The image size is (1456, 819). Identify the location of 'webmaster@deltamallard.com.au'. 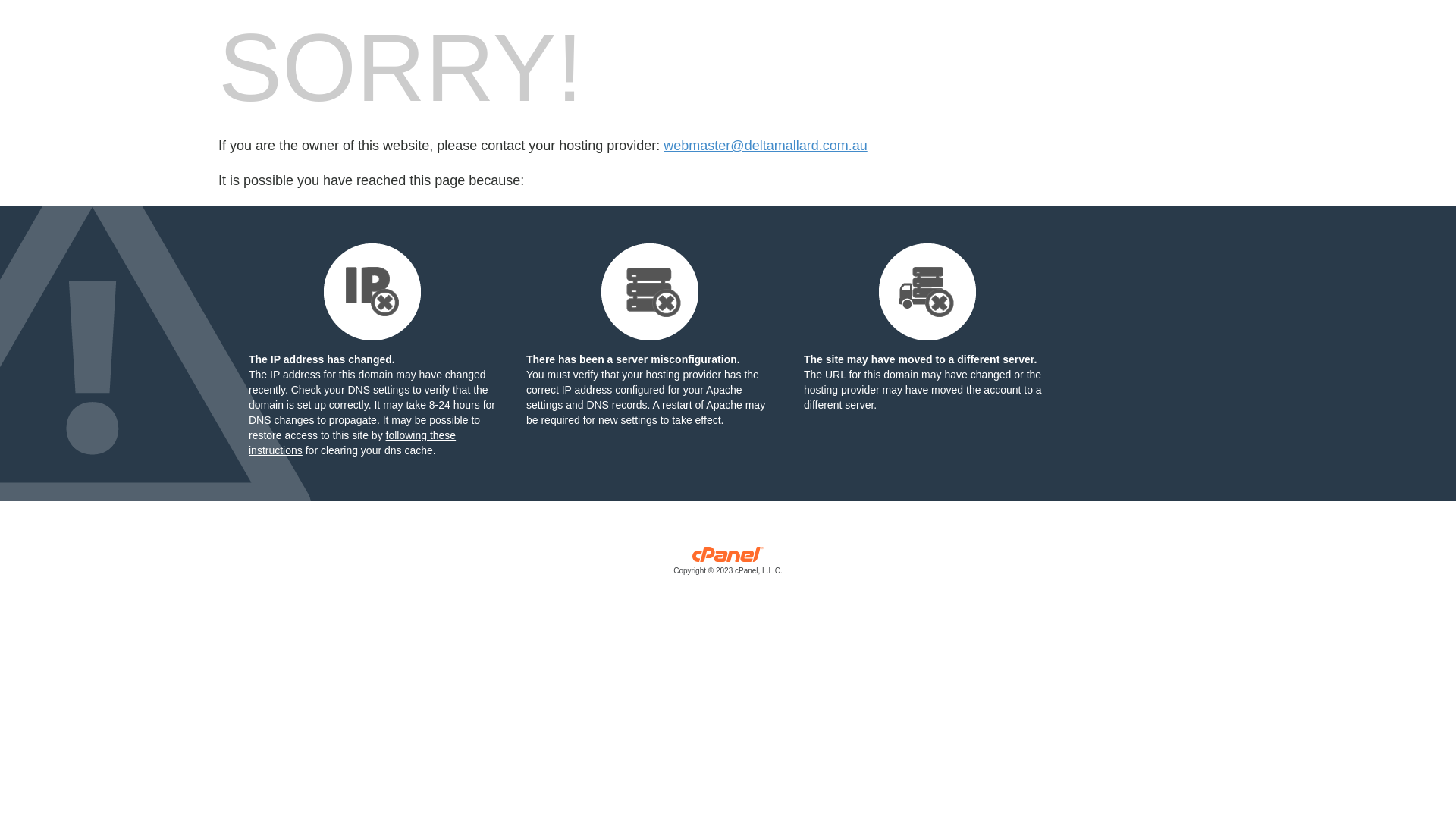
(764, 146).